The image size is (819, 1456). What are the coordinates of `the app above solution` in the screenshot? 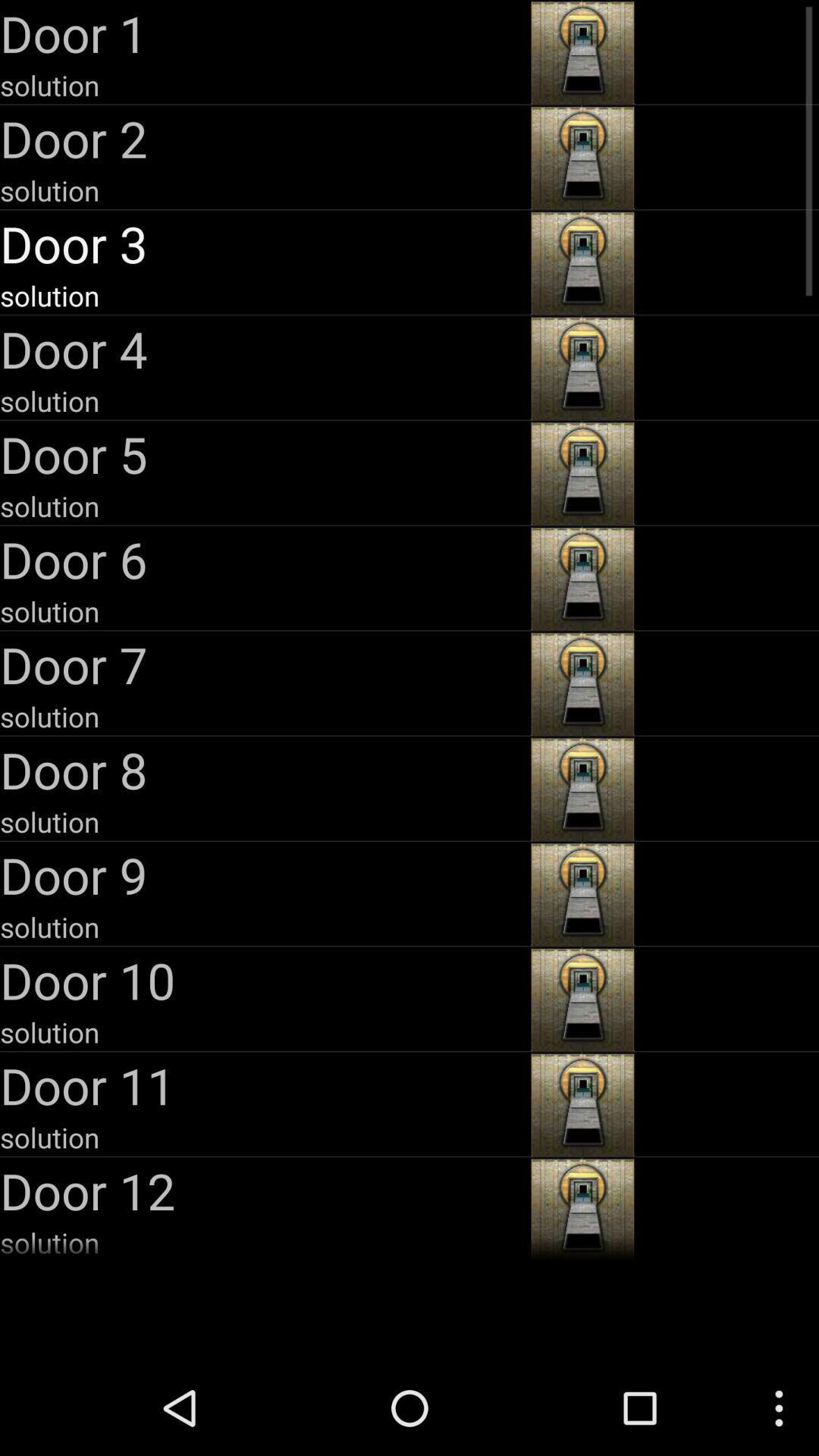 It's located at (262, 874).